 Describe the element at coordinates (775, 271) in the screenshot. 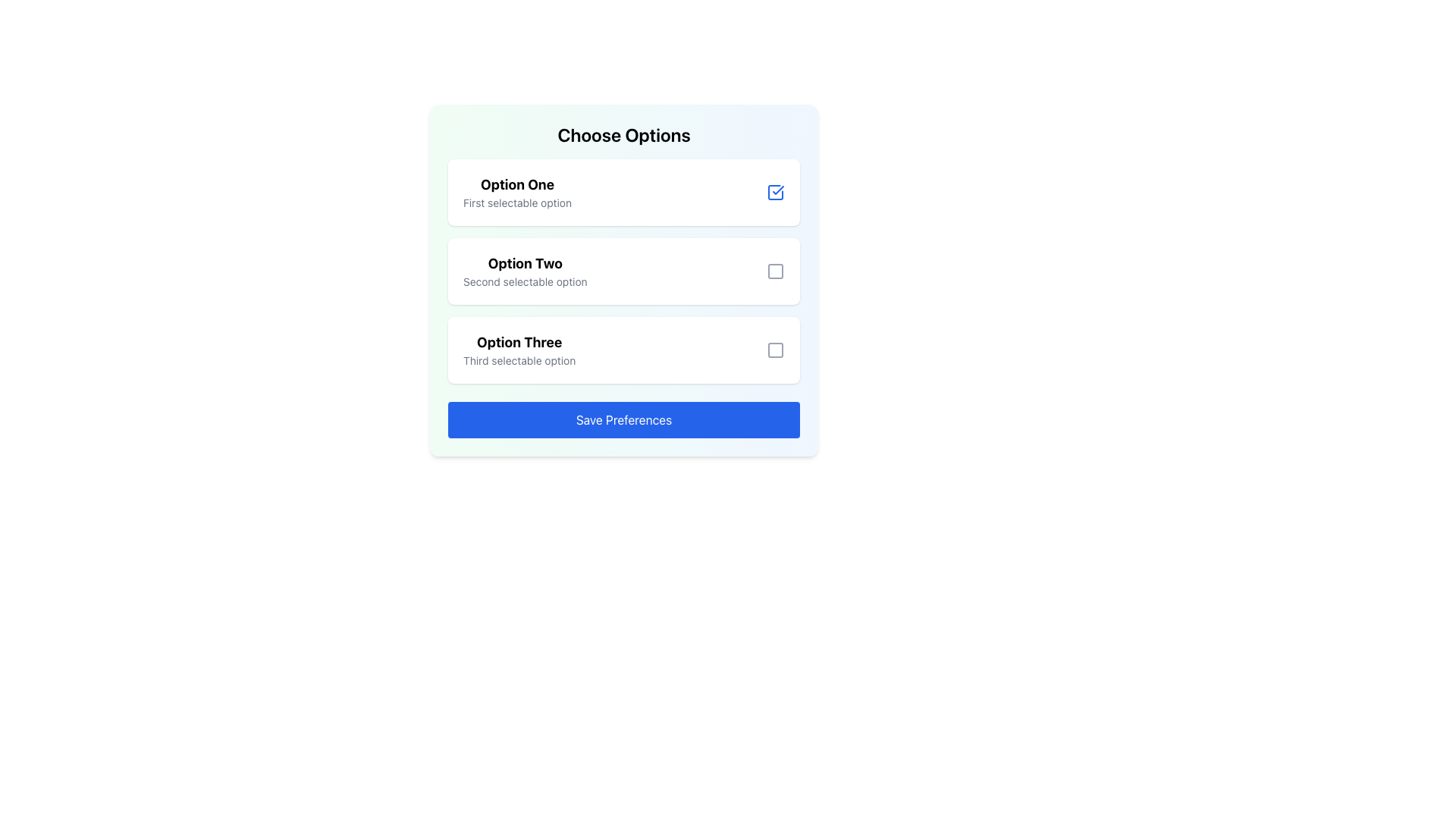

I see `the checkbox element indicating the unselected state within the 'Option Two' selection block` at that location.